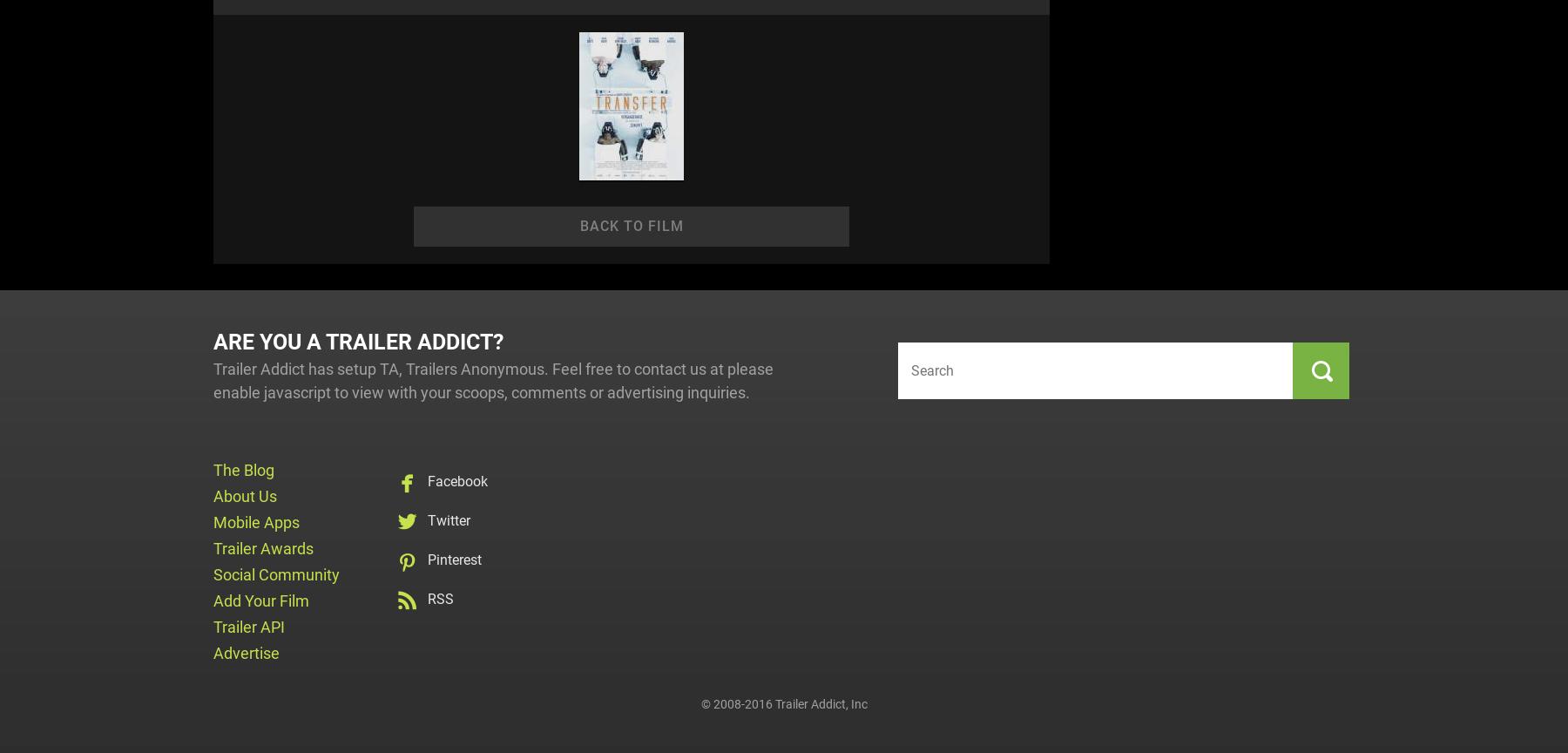 The image size is (1568, 753). I want to click on 'Facebook', so click(456, 479).